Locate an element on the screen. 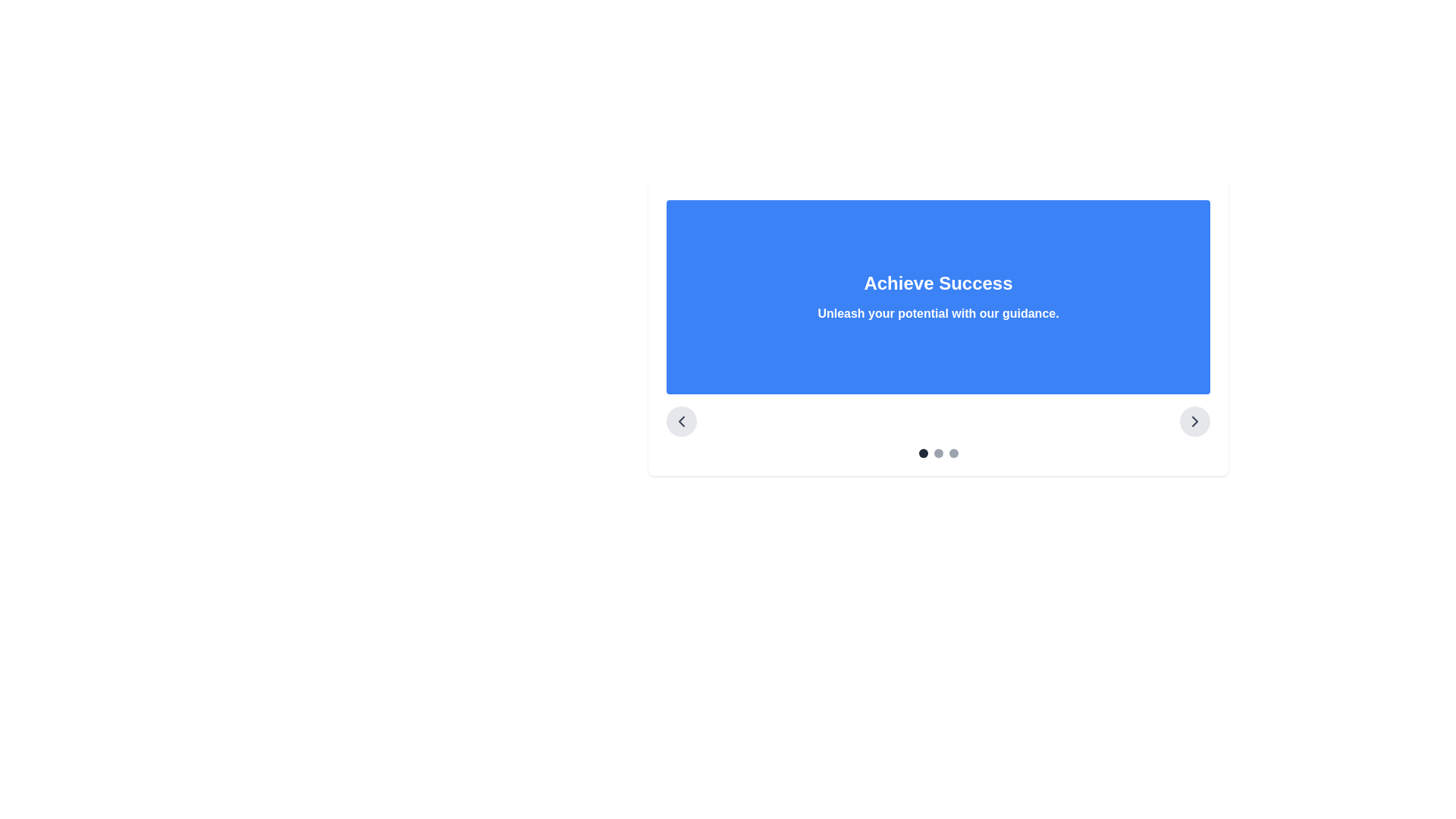 The height and width of the screenshot is (819, 1456). the text label element displaying 'Achieve Success', which is styled as a headline in bold white font on a bright blue background, centered within a rectangular blue banner is located at coordinates (937, 284).